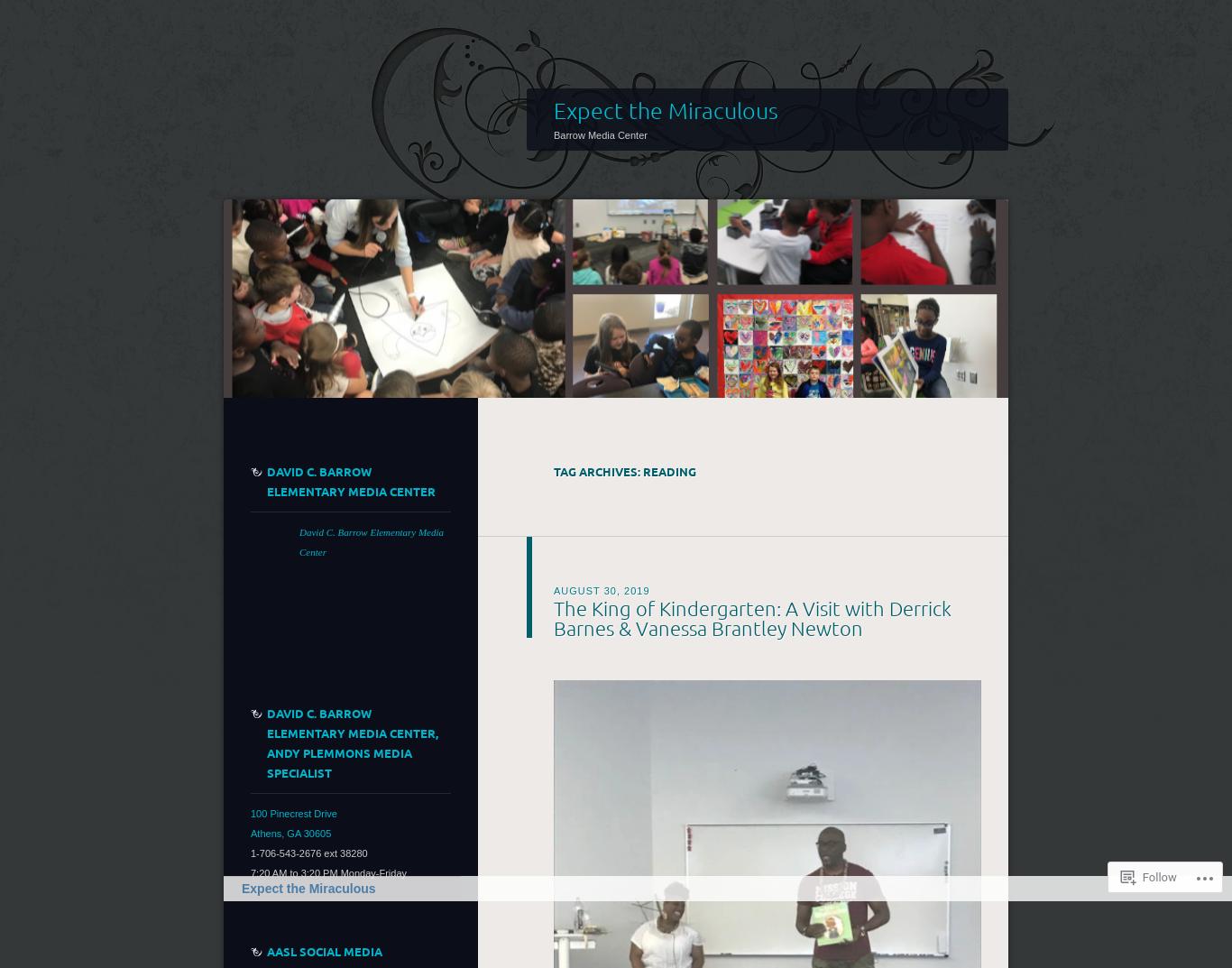  What do you see at coordinates (1157, 876) in the screenshot?
I see `'Follow'` at bounding box center [1157, 876].